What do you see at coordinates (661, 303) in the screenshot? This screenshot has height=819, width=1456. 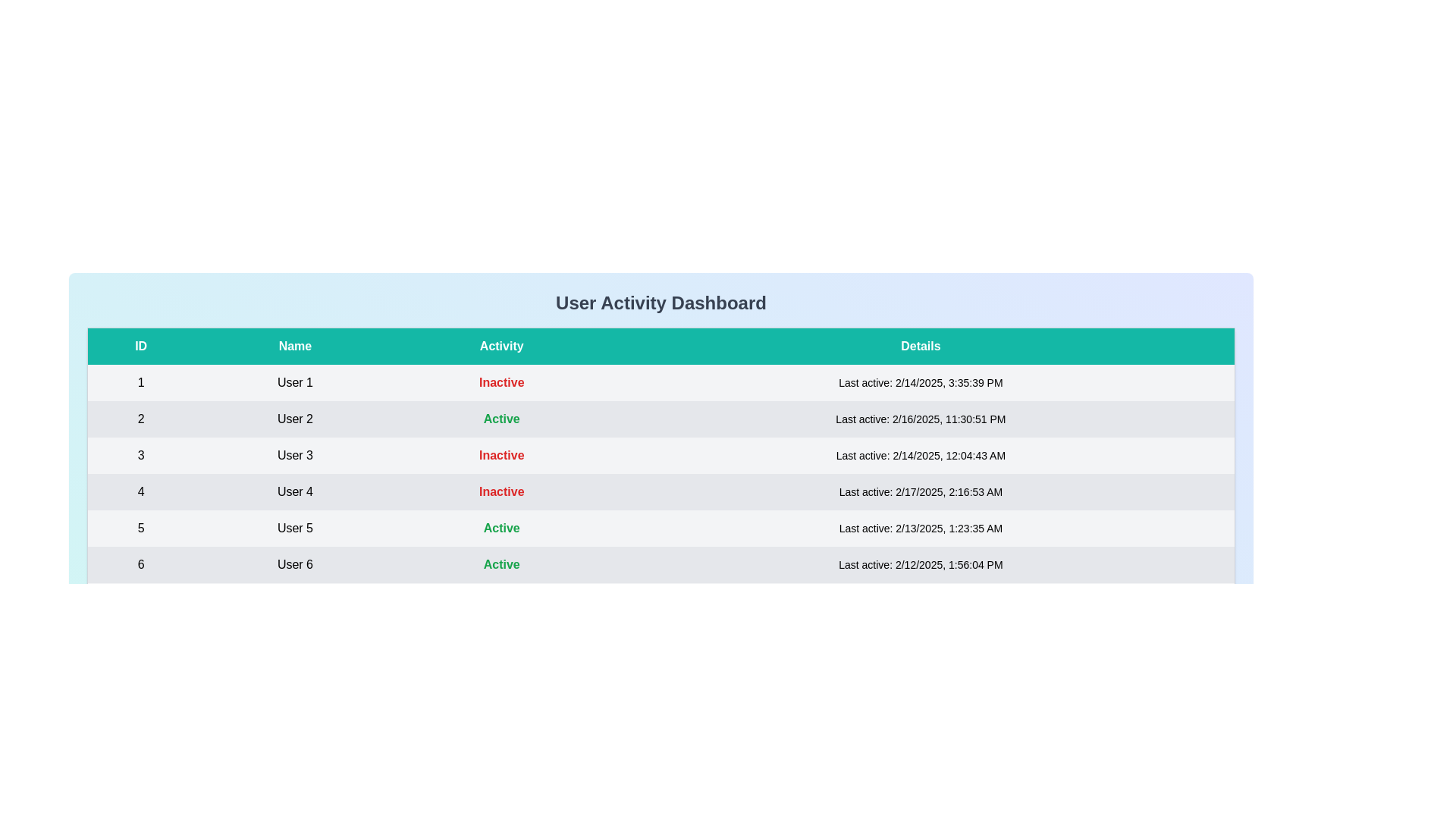 I see `the header element to inspect its text and styling for context` at bounding box center [661, 303].